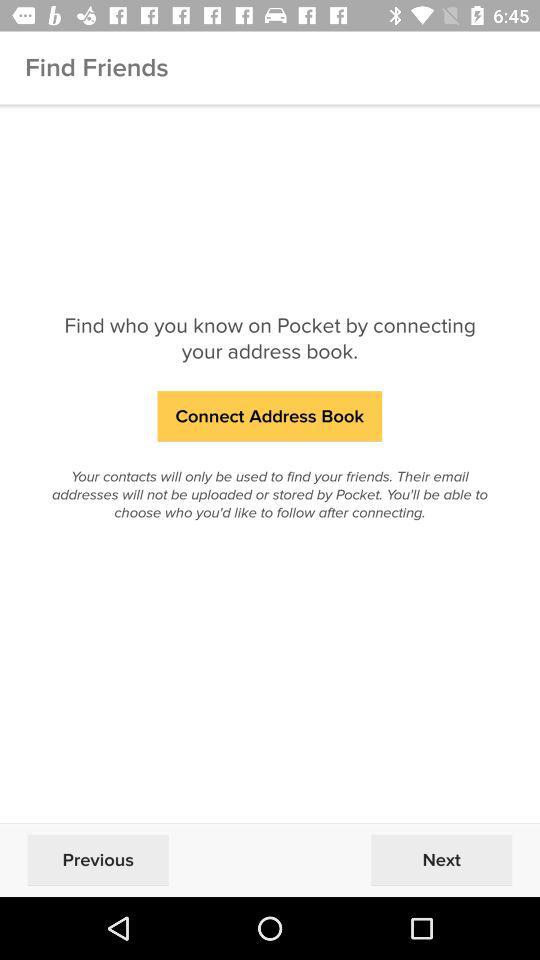  What do you see at coordinates (441, 859) in the screenshot?
I see `the next at the bottom right corner` at bounding box center [441, 859].